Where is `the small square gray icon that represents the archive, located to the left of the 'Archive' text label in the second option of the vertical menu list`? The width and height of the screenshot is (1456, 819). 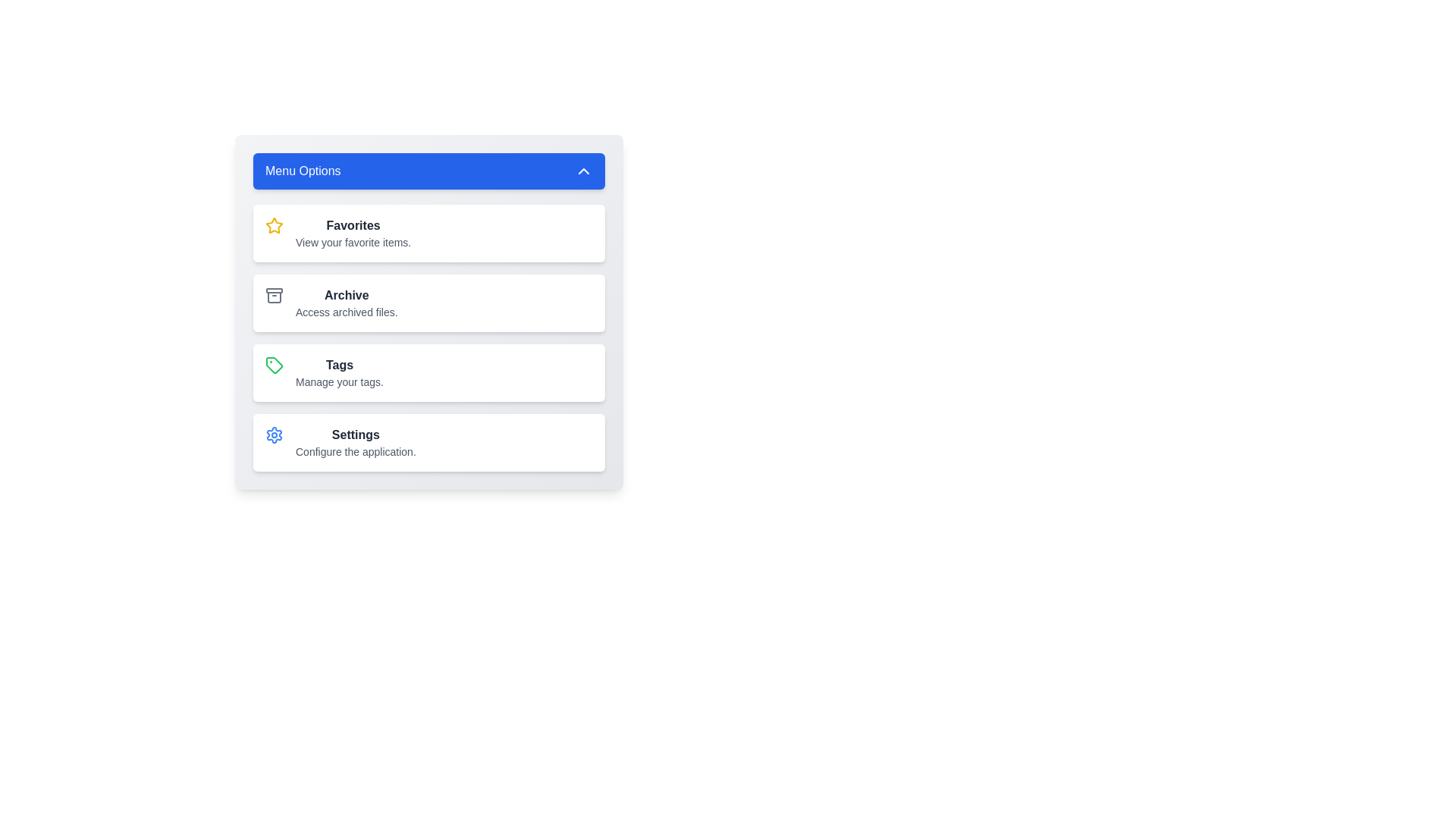 the small square gray icon that represents the archive, located to the left of the 'Archive' text label in the second option of the vertical menu list is located at coordinates (274, 295).